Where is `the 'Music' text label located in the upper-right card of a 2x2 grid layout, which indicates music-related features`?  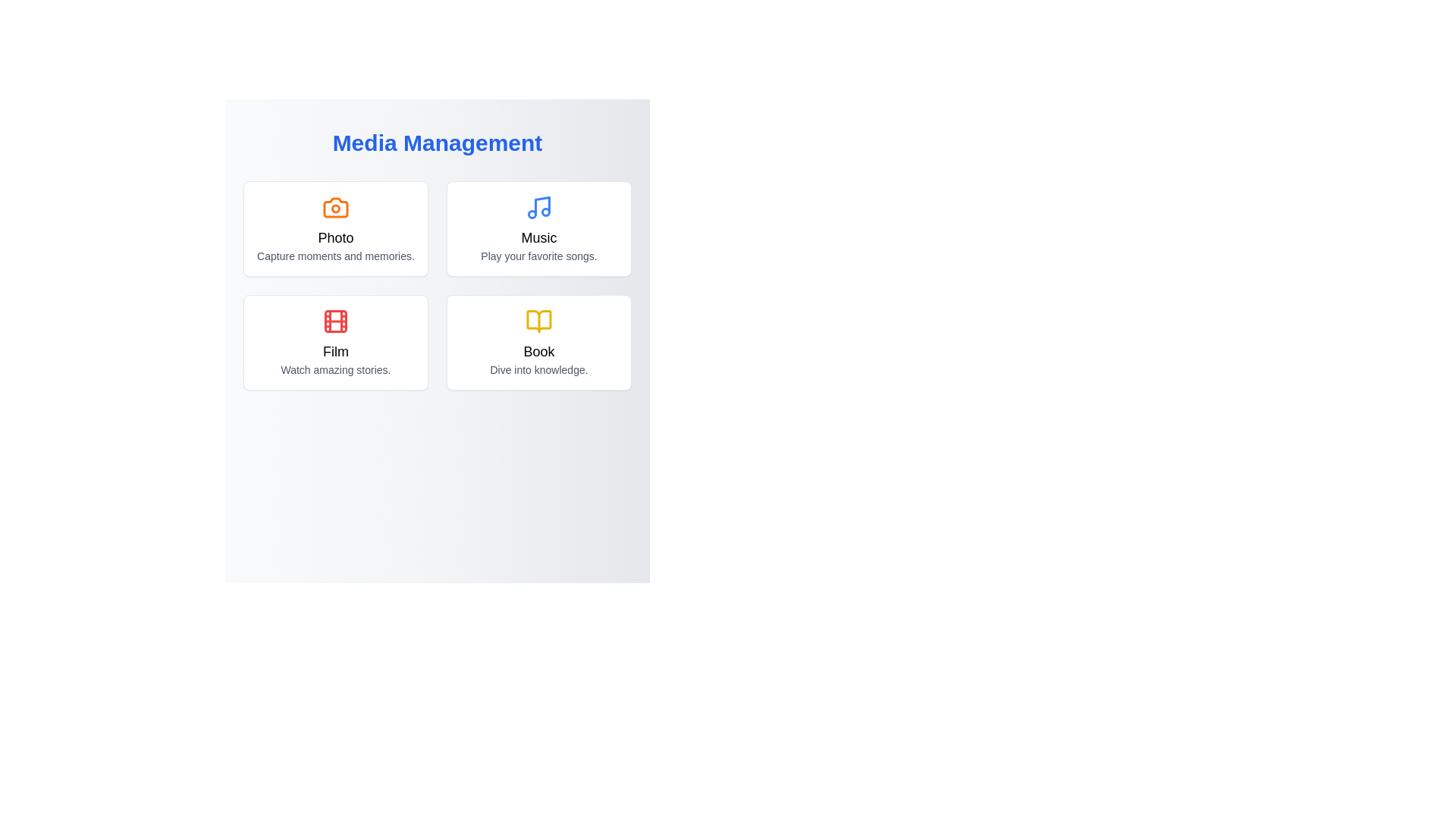
the 'Music' text label located in the upper-right card of a 2x2 grid layout, which indicates music-related features is located at coordinates (538, 237).